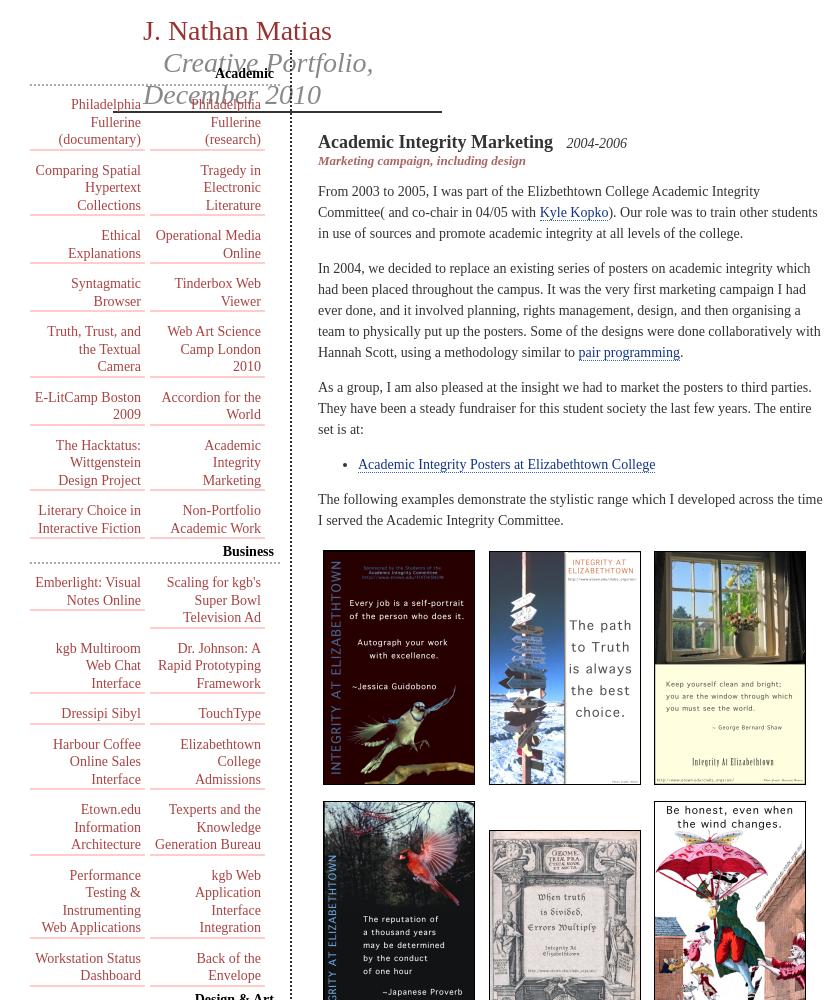 This screenshot has height=1000, width=828. I want to click on 'Harbour Coffee Online Sales Interface', so click(96, 761).